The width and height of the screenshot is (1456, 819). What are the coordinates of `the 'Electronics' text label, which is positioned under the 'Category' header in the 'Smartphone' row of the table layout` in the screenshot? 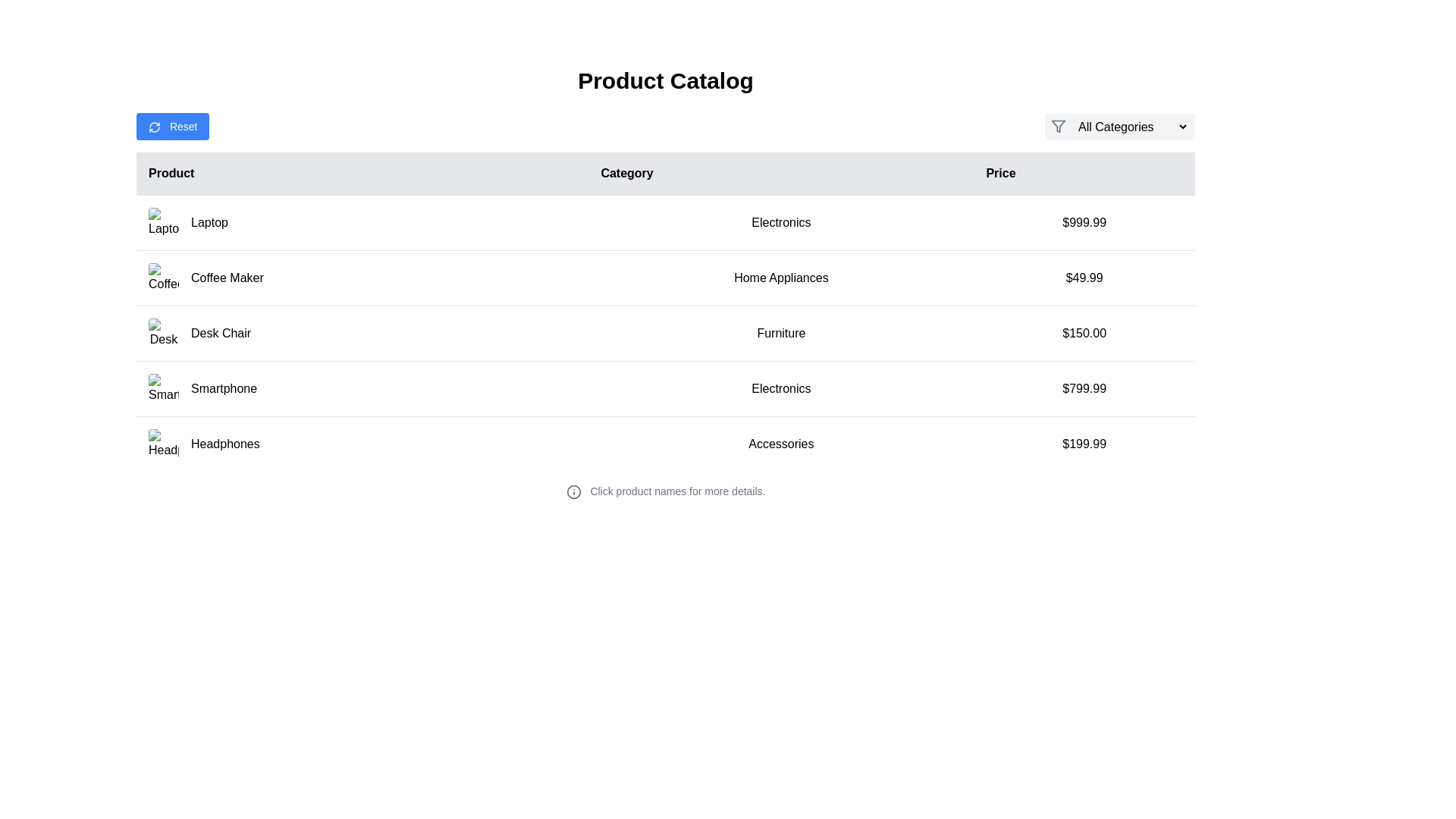 It's located at (781, 388).